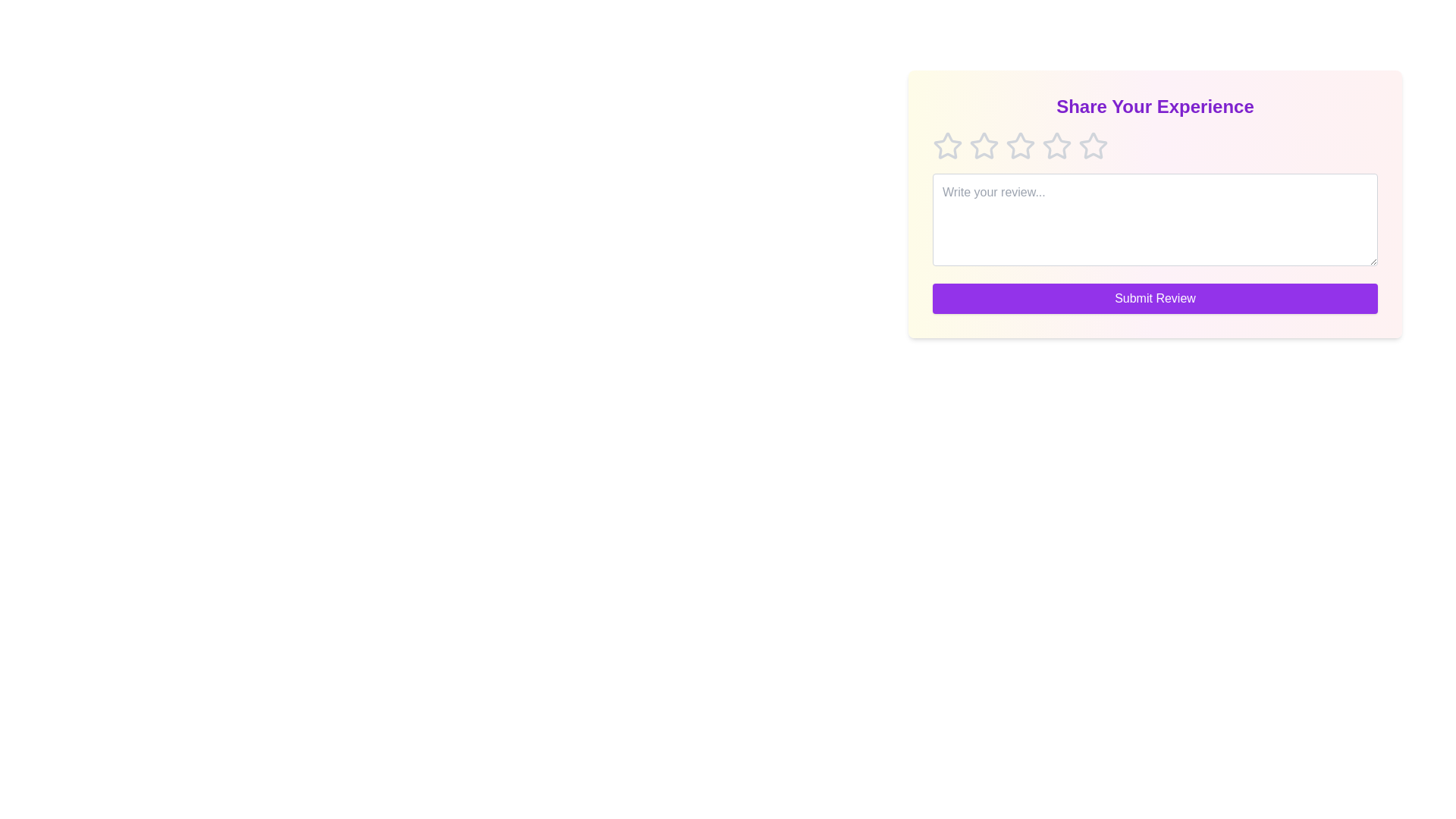 The image size is (1456, 819). I want to click on the star corresponding to 1 to preview the rating, so click(946, 146).